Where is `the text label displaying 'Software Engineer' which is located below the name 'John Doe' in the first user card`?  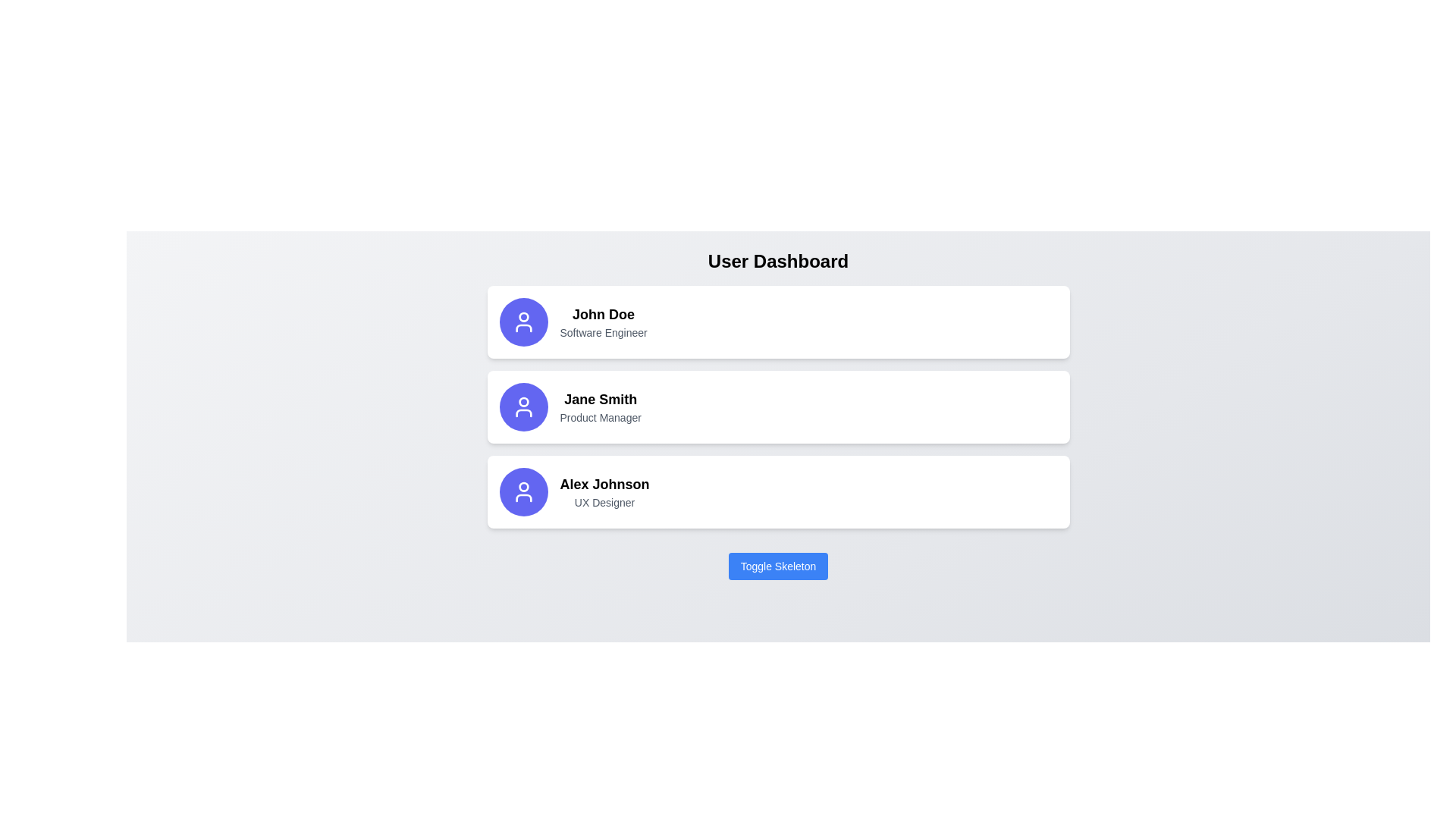 the text label displaying 'Software Engineer' which is located below the name 'John Doe' in the first user card is located at coordinates (603, 332).